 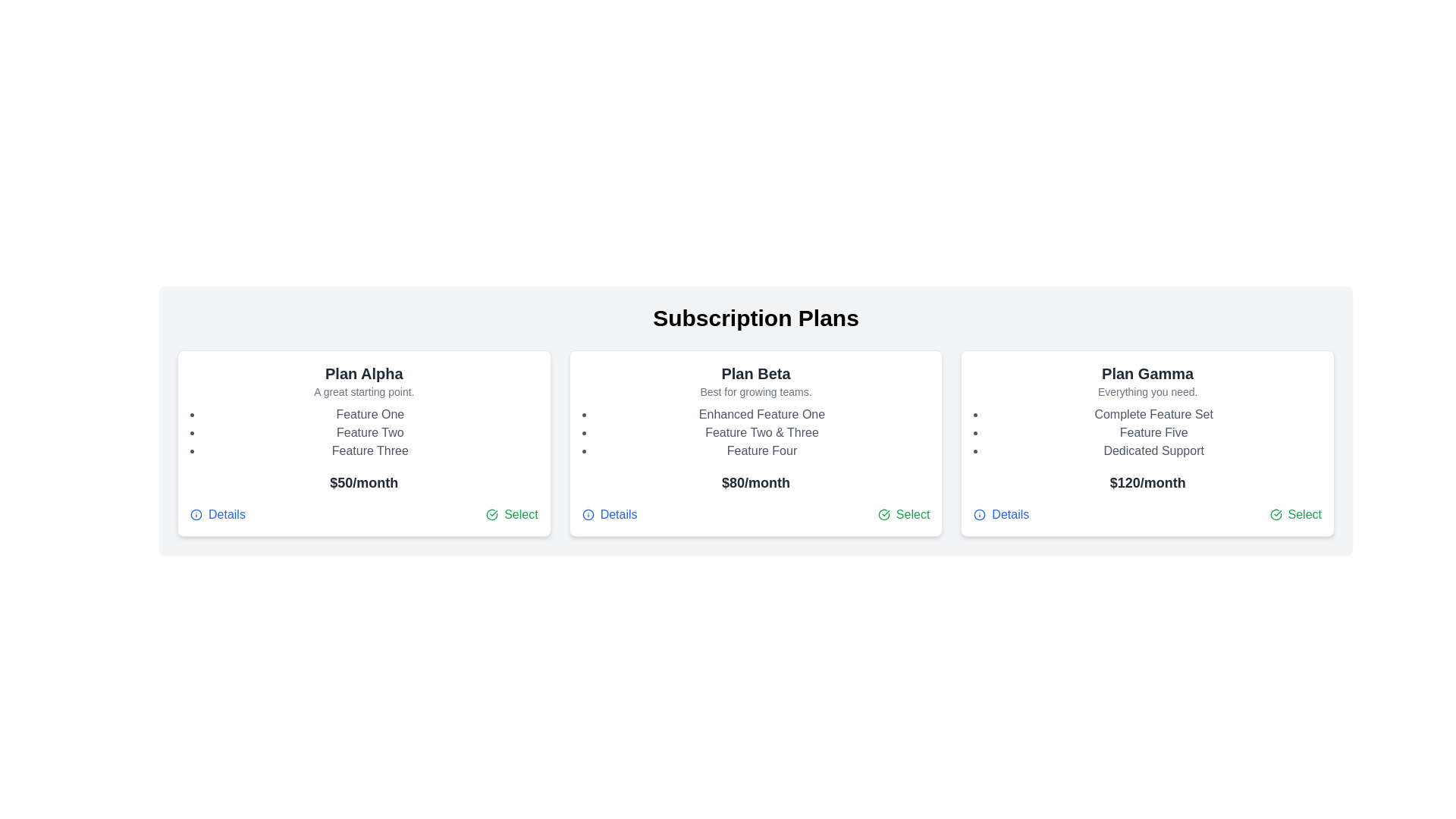 I want to click on the decorative icon within the 'Details' link for the 'Plan Gamma' subscription card, located to the left of the text 'Details', so click(x=980, y=513).